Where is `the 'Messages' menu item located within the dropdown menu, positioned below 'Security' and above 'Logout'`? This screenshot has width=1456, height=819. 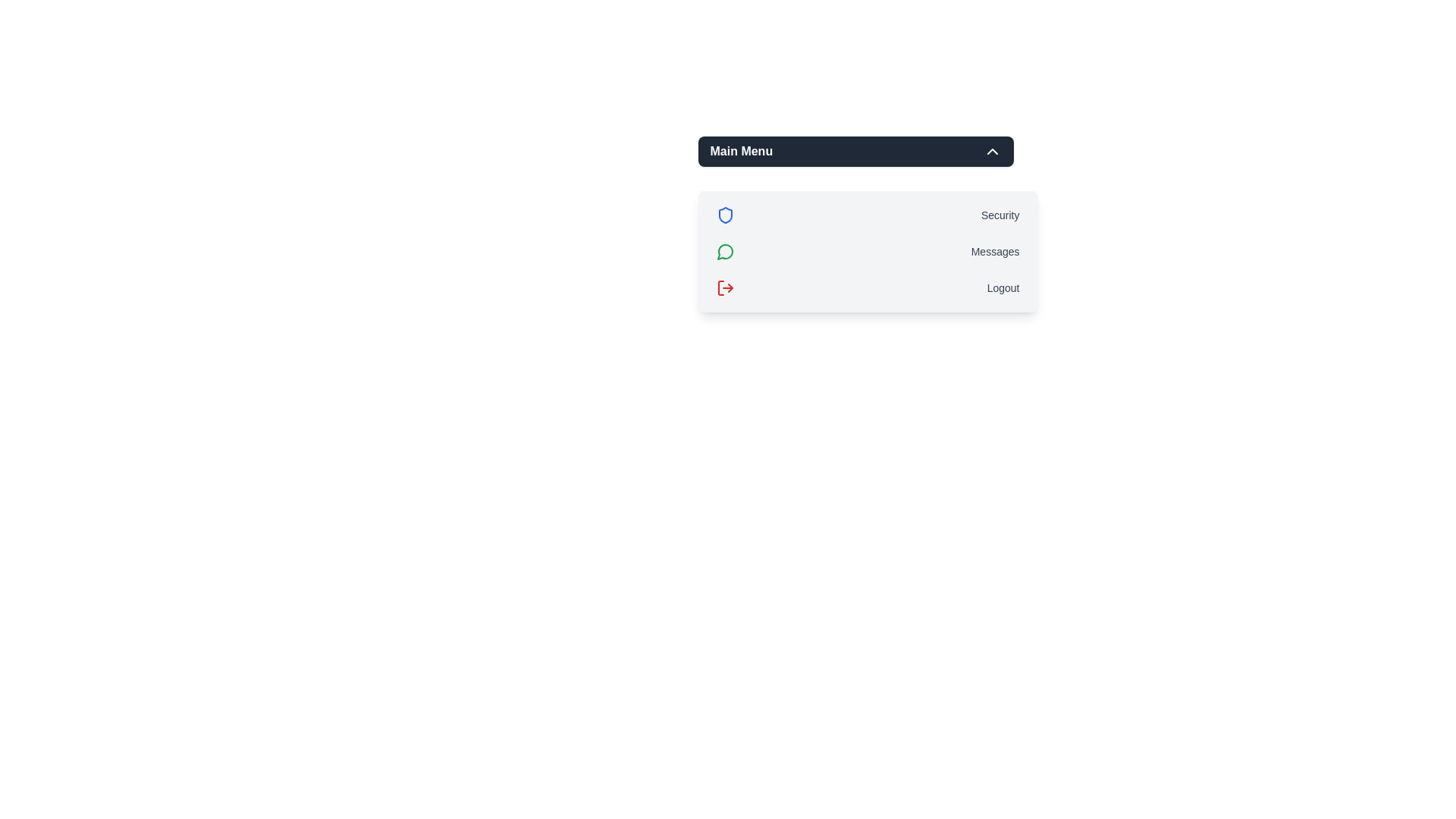
the 'Messages' menu item located within the dropdown menu, positioned below 'Security' and above 'Logout' is located at coordinates (868, 250).